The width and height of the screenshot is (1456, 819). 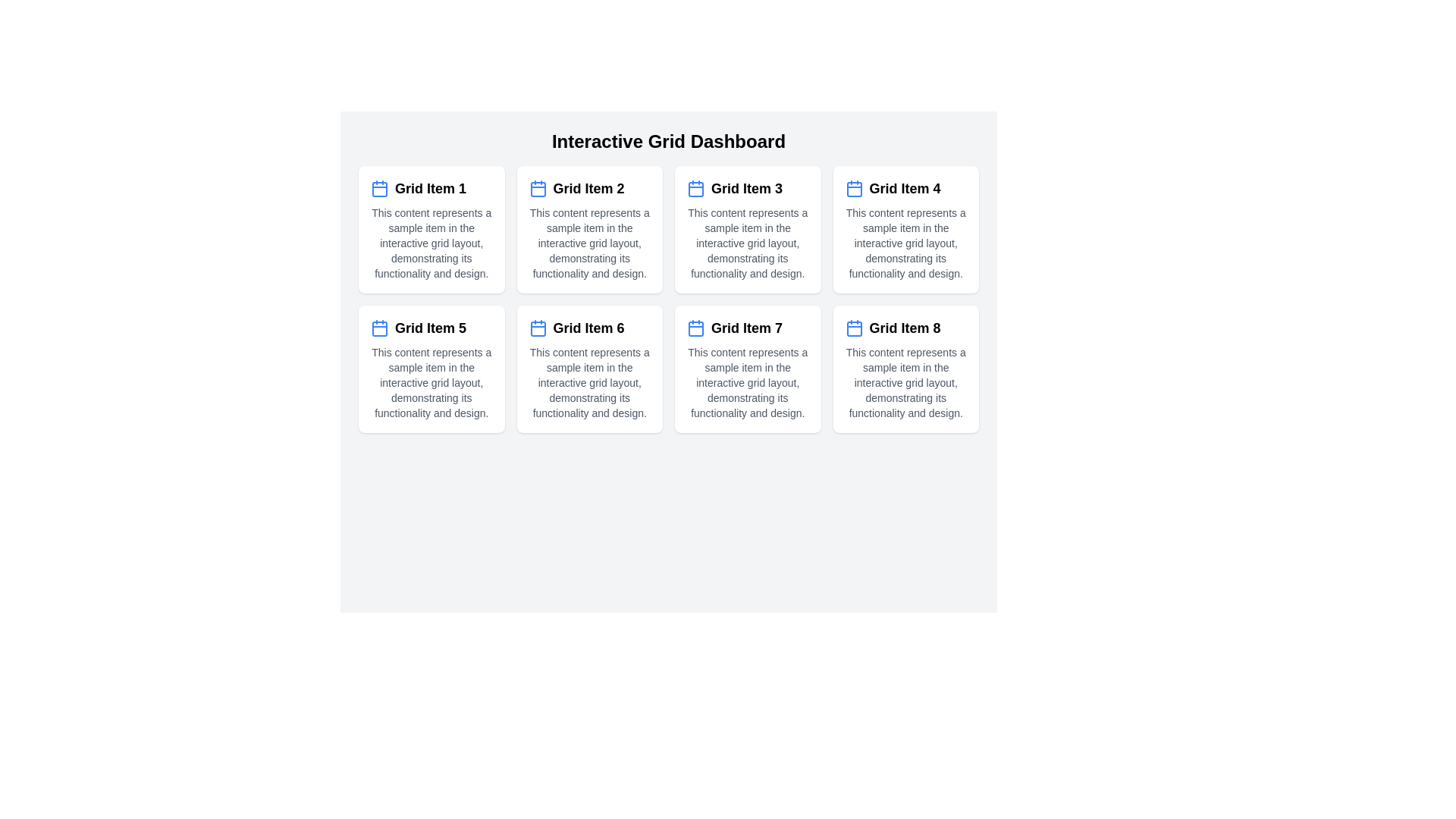 What do you see at coordinates (854, 328) in the screenshot?
I see `small rounded rectangle element within the calendar icon in 'Grid Item 8' using developer tools` at bounding box center [854, 328].